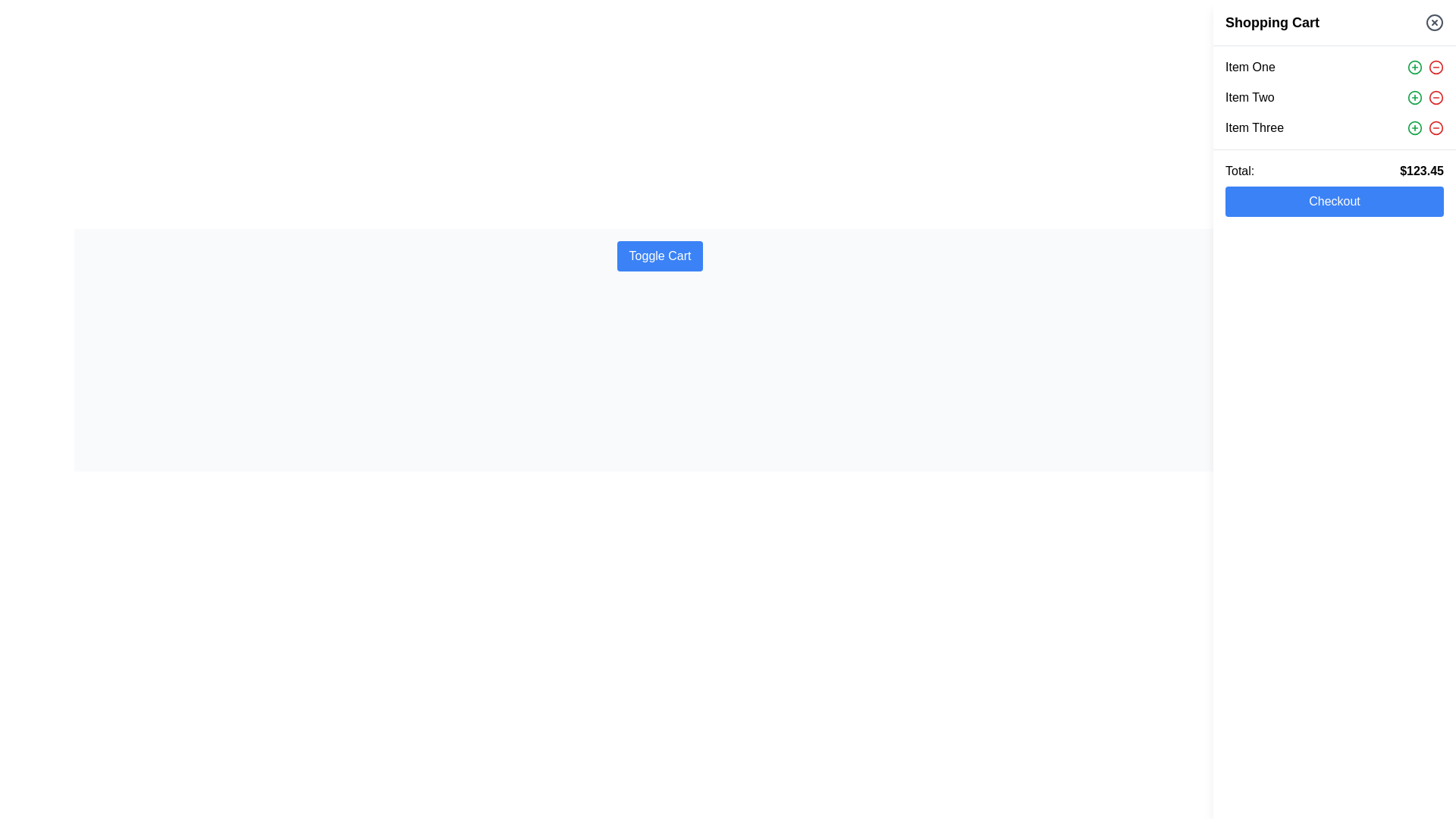 The height and width of the screenshot is (819, 1456). Describe the element at coordinates (1436, 66) in the screenshot. I see `the circular minus button located in the shopping cart interface corresponding to 'Item One'` at that location.